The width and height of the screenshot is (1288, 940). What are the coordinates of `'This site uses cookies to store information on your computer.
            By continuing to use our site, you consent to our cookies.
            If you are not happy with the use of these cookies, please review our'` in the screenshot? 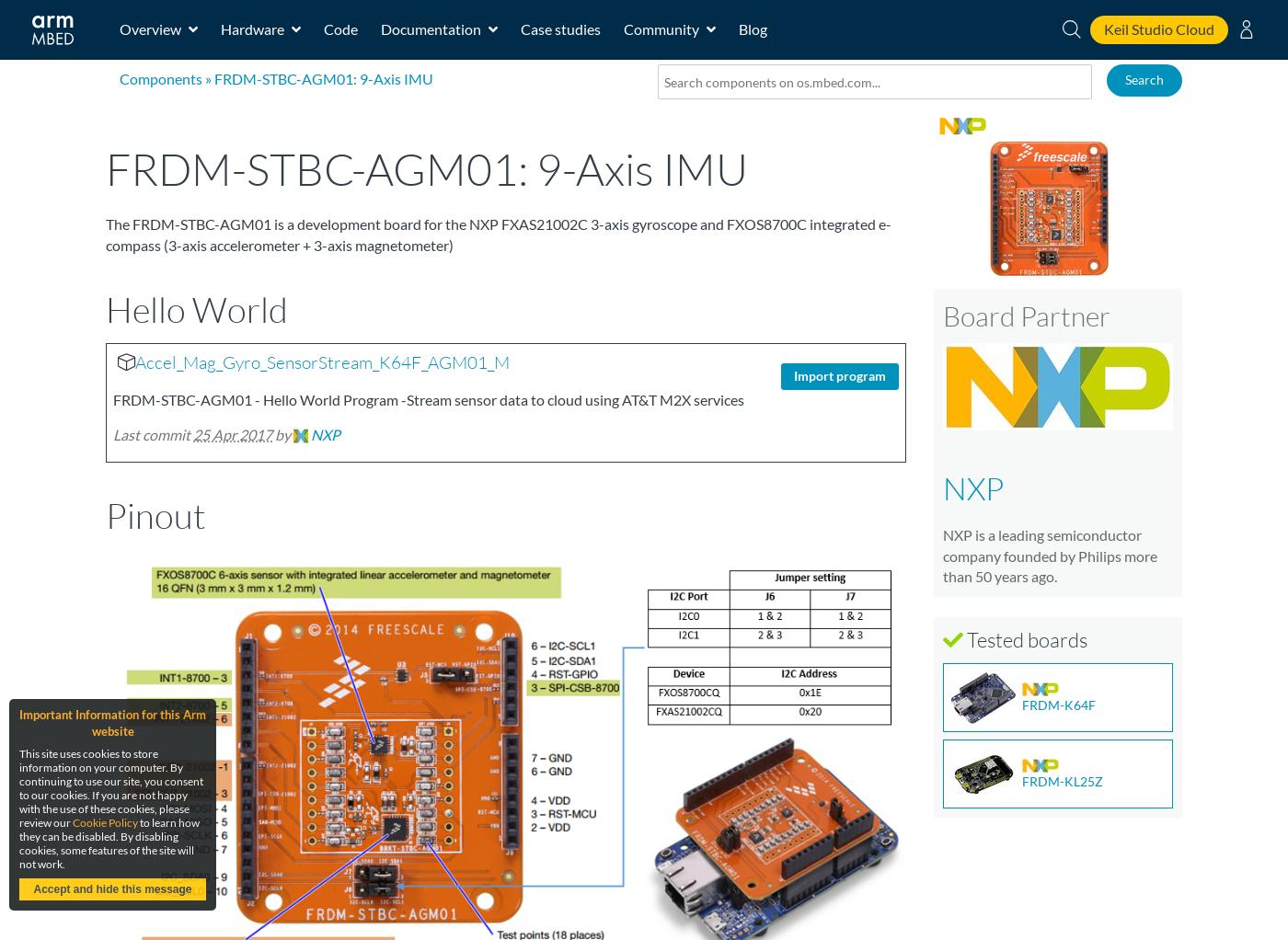 It's located at (110, 788).